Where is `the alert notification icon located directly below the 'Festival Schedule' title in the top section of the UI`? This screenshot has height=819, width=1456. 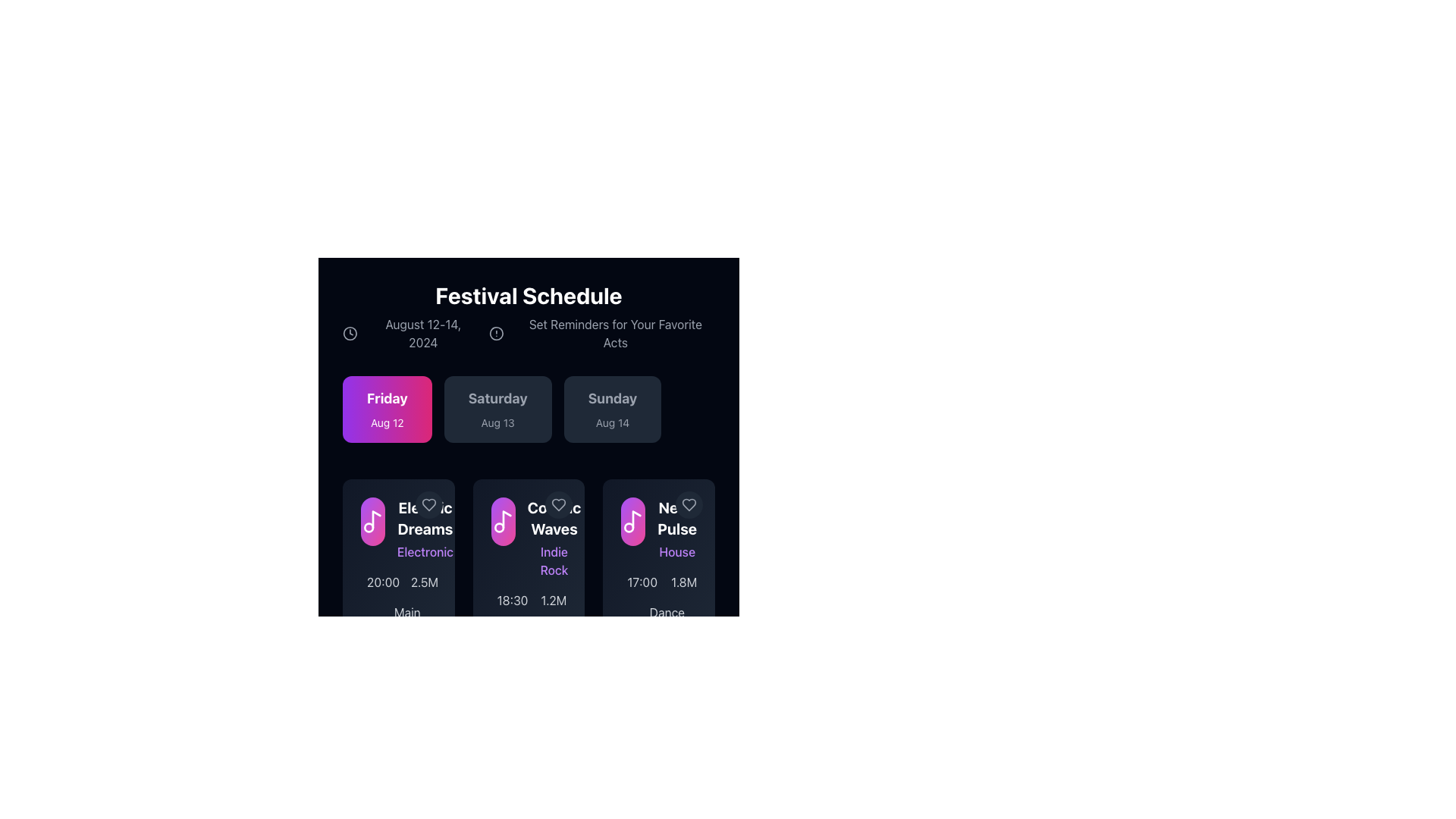 the alert notification icon located directly below the 'Festival Schedule' title in the top section of the UI is located at coordinates (496, 332).